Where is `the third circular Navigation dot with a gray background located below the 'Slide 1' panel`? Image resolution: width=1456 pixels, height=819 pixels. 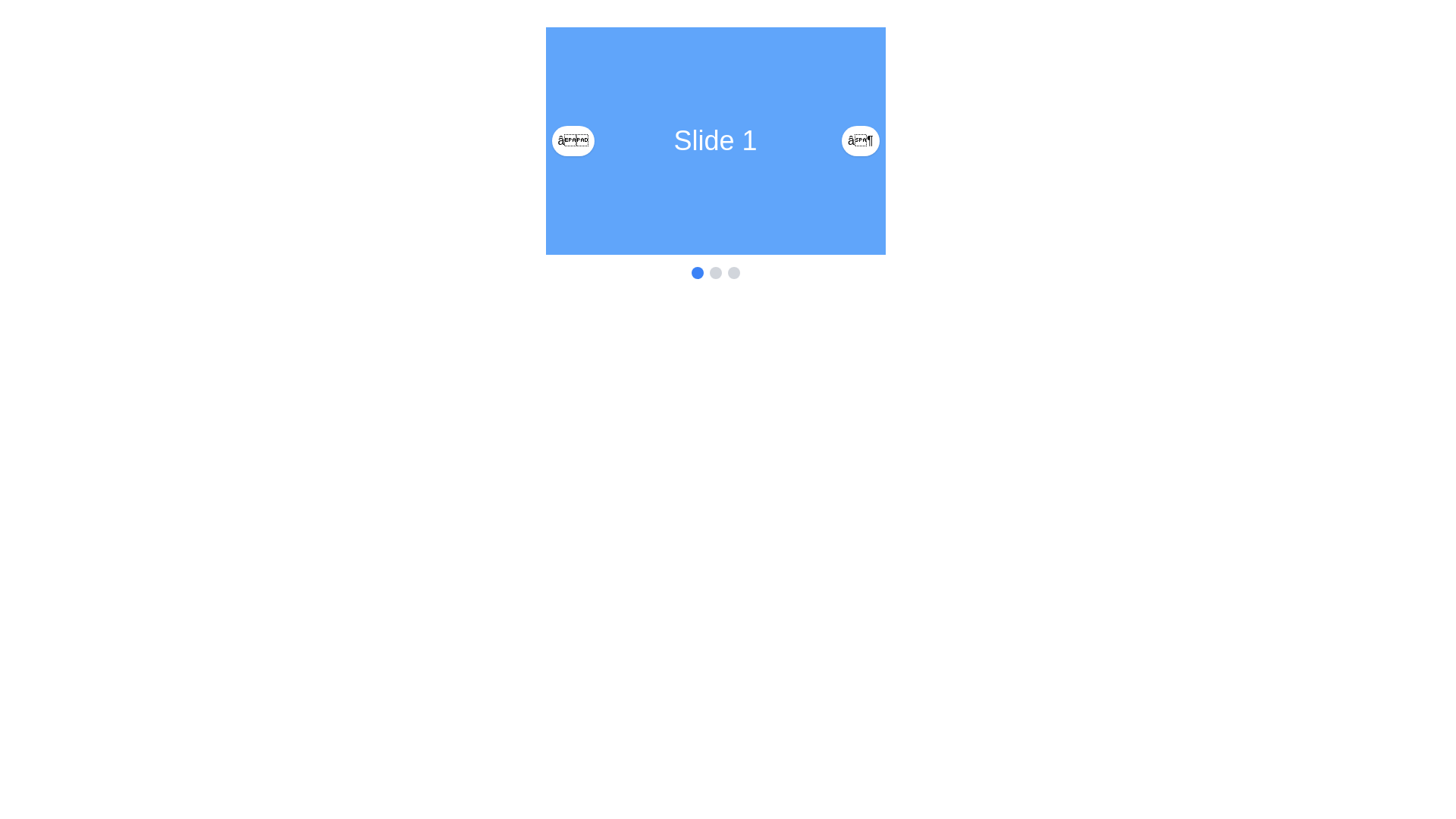
the third circular Navigation dot with a gray background located below the 'Slide 1' panel is located at coordinates (733, 271).